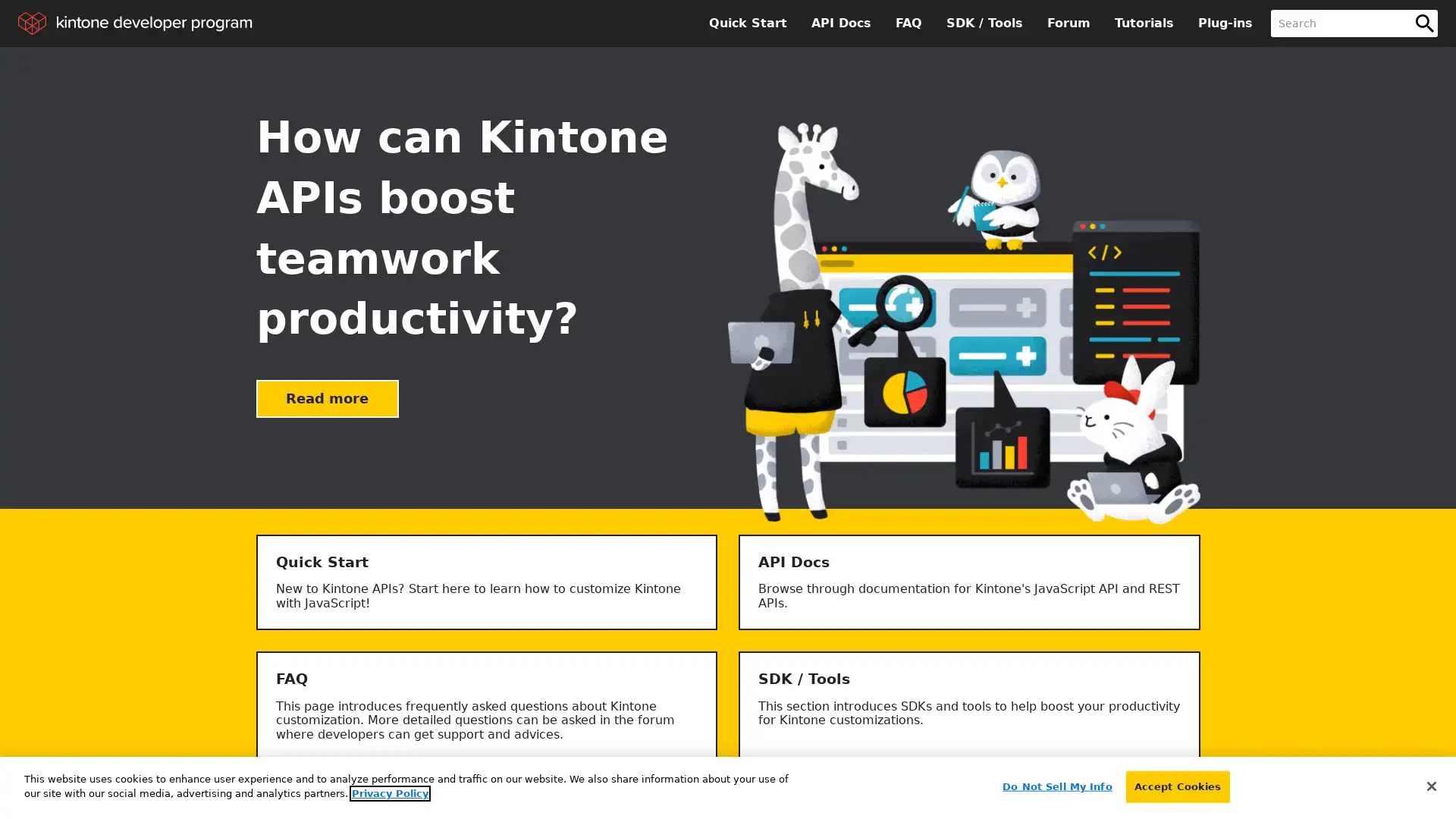 The image size is (1456, 819). I want to click on Do Not Sell My Info, so click(1056, 786).